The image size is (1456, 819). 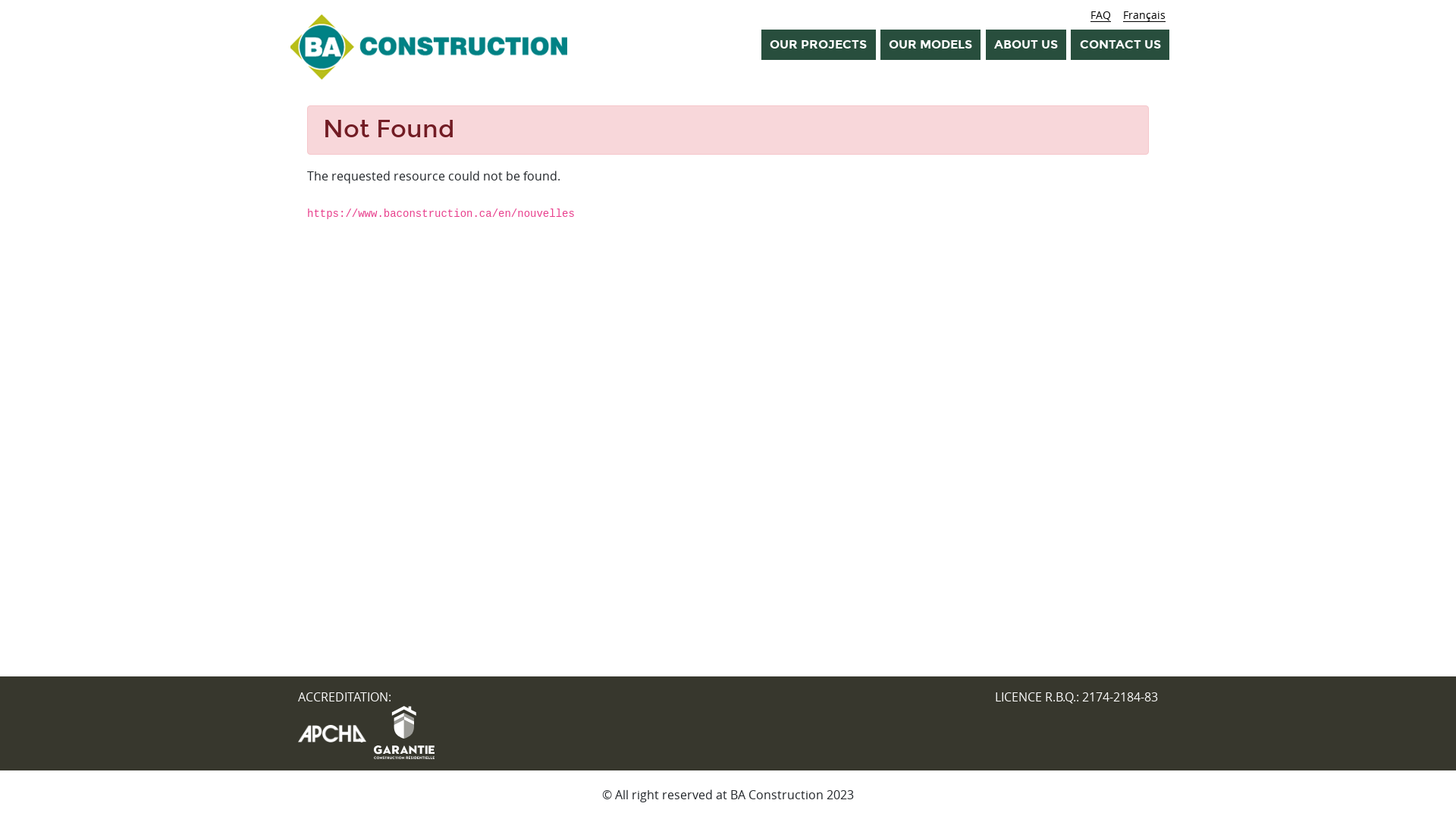 I want to click on 'OUR MODELS', so click(x=930, y=43).